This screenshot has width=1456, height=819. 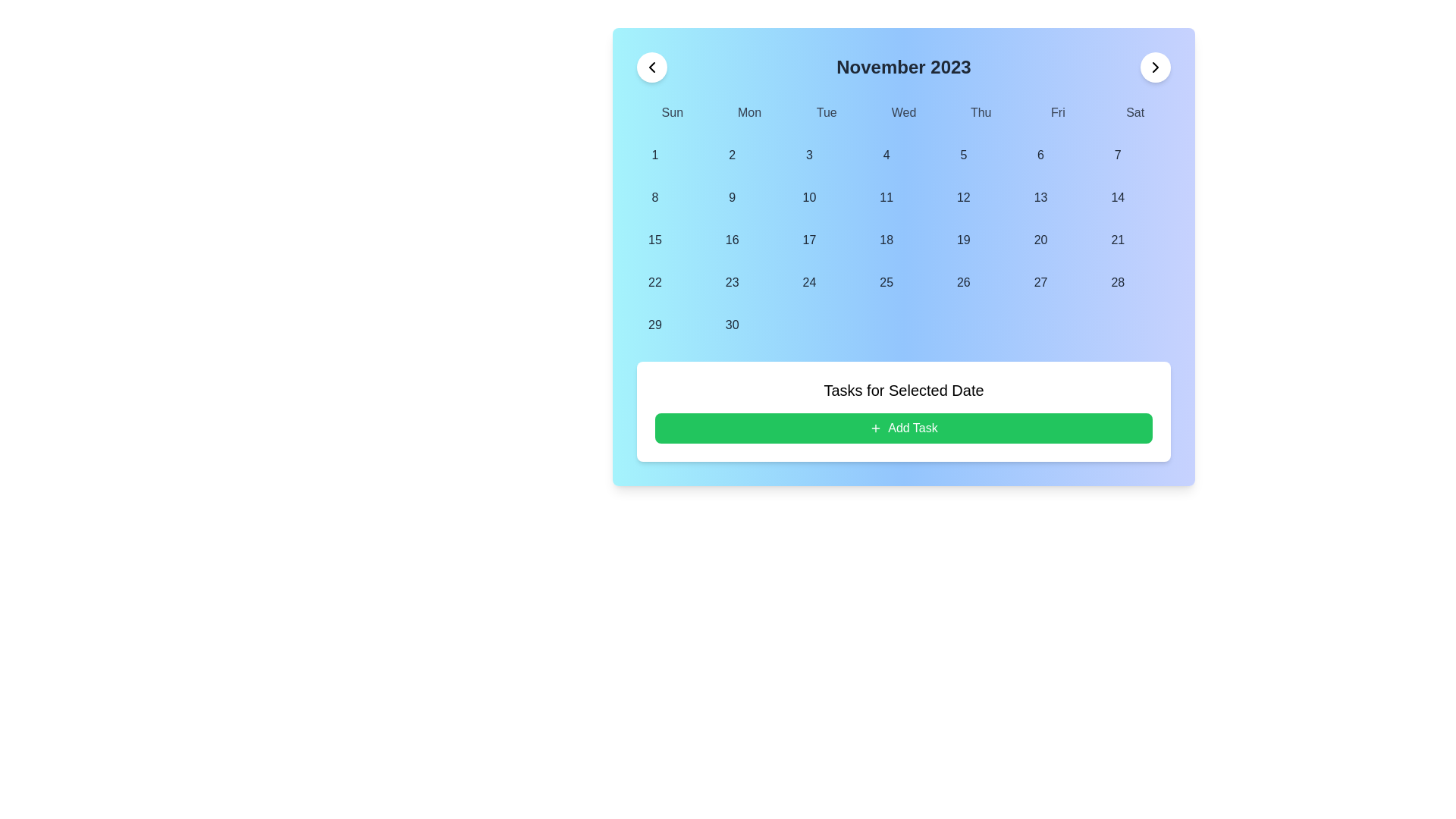 What do you see at coordinates (886, 239) in the screenshot?
I see `the circular button displaying the numeric value '18' with a blue gradient background located in the third row and fourth column of the calendar grid` at bounding box center [886, 239].